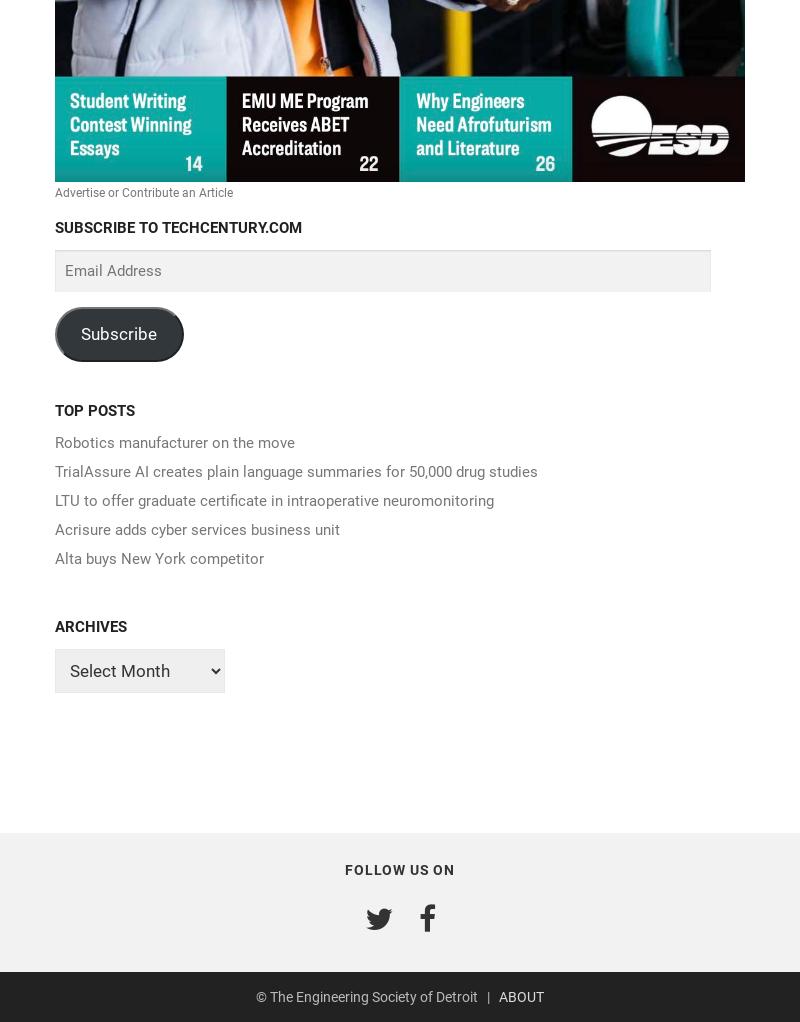  Describe the element at coordinates (376, 996) in the screenshot. I see `'© The Engineering Society of Detroit   |'` at that location.